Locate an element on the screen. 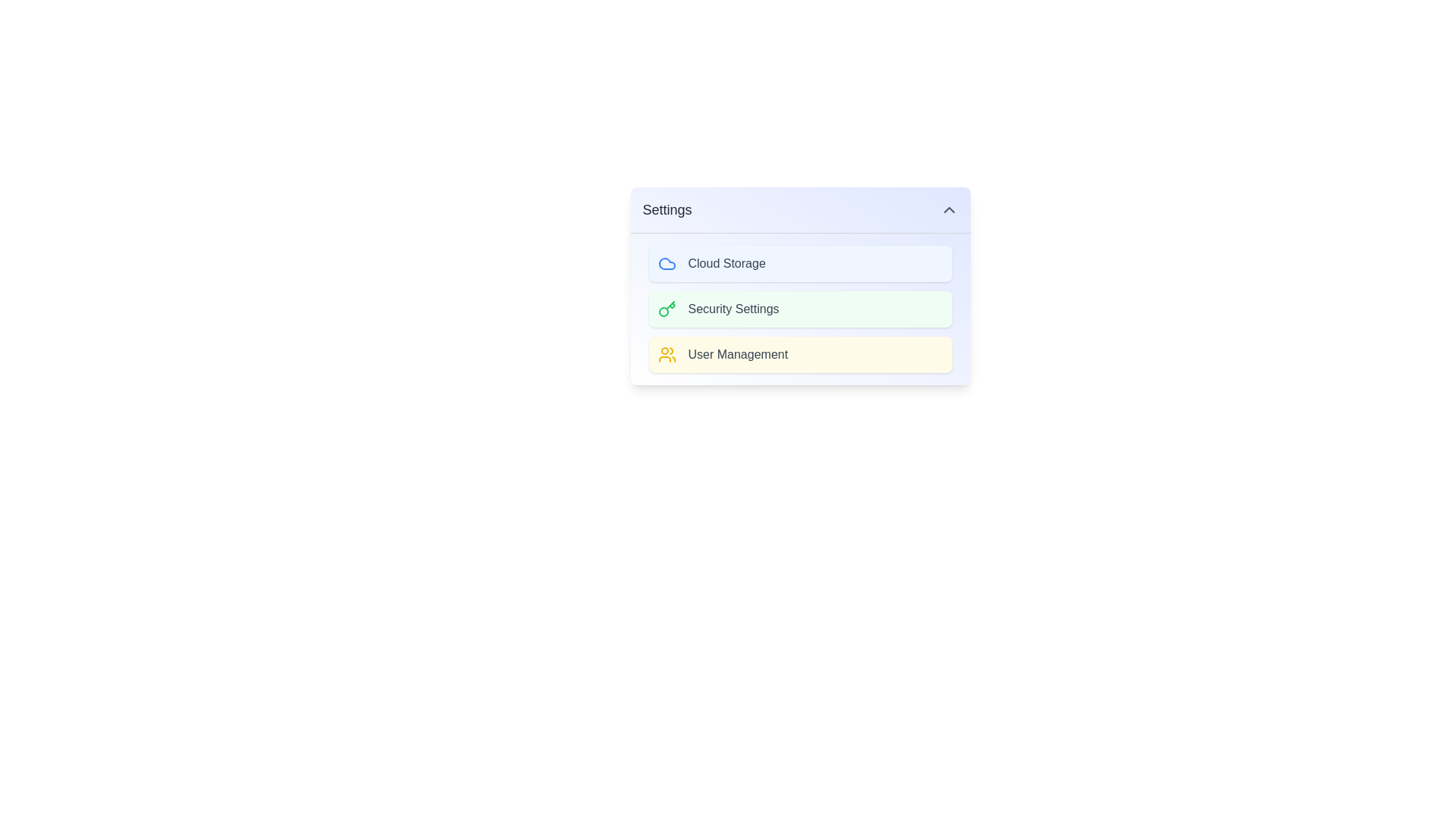  the decorative circle graphic element within the 'Security Settings' SVG icon, which symbolizes a feature related to security is located at coordinates (663, 311).